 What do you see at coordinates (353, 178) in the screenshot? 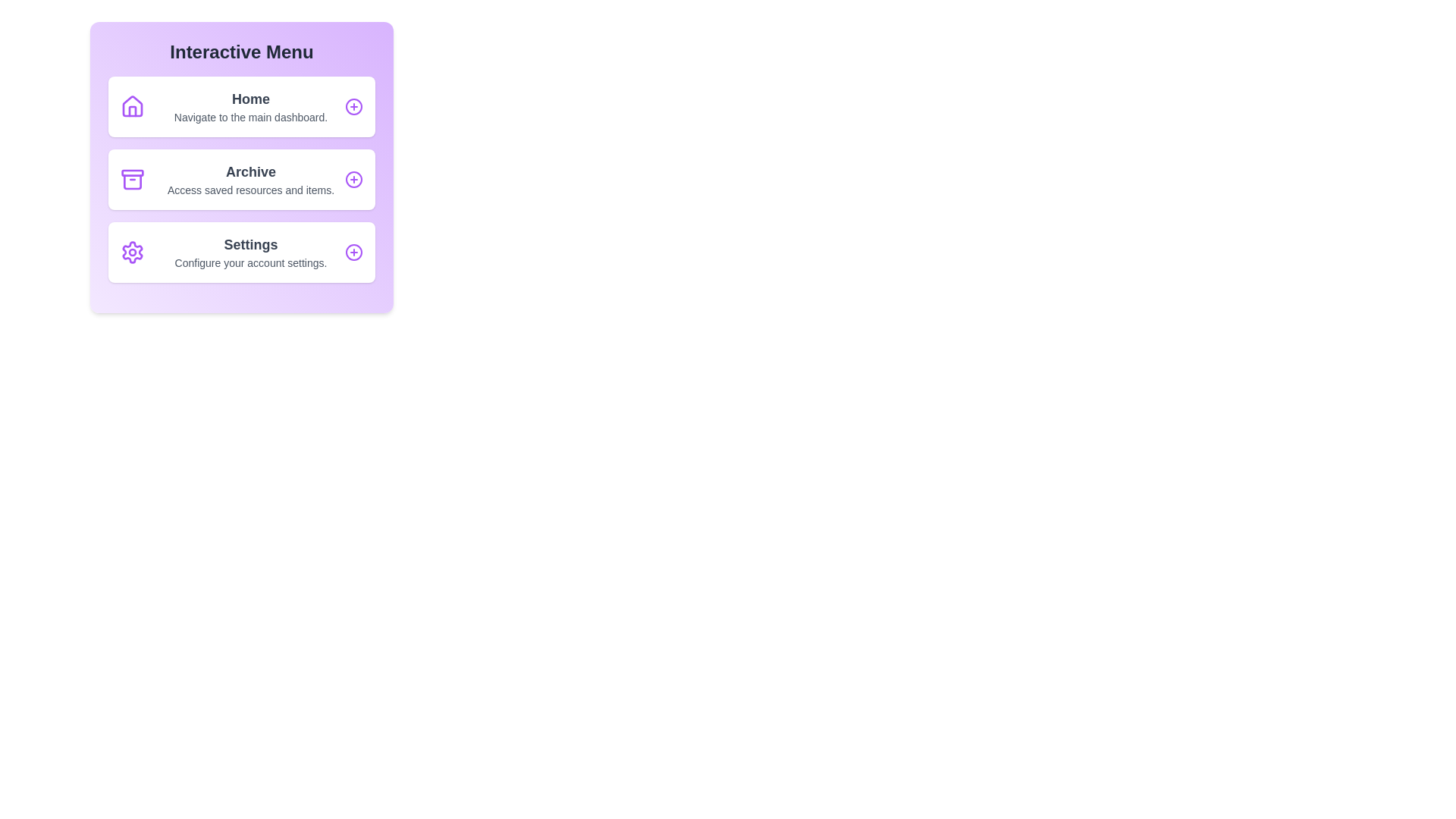
I see `toggle button for Archive to expand or collapse its description` at bounding box center [353, 178].